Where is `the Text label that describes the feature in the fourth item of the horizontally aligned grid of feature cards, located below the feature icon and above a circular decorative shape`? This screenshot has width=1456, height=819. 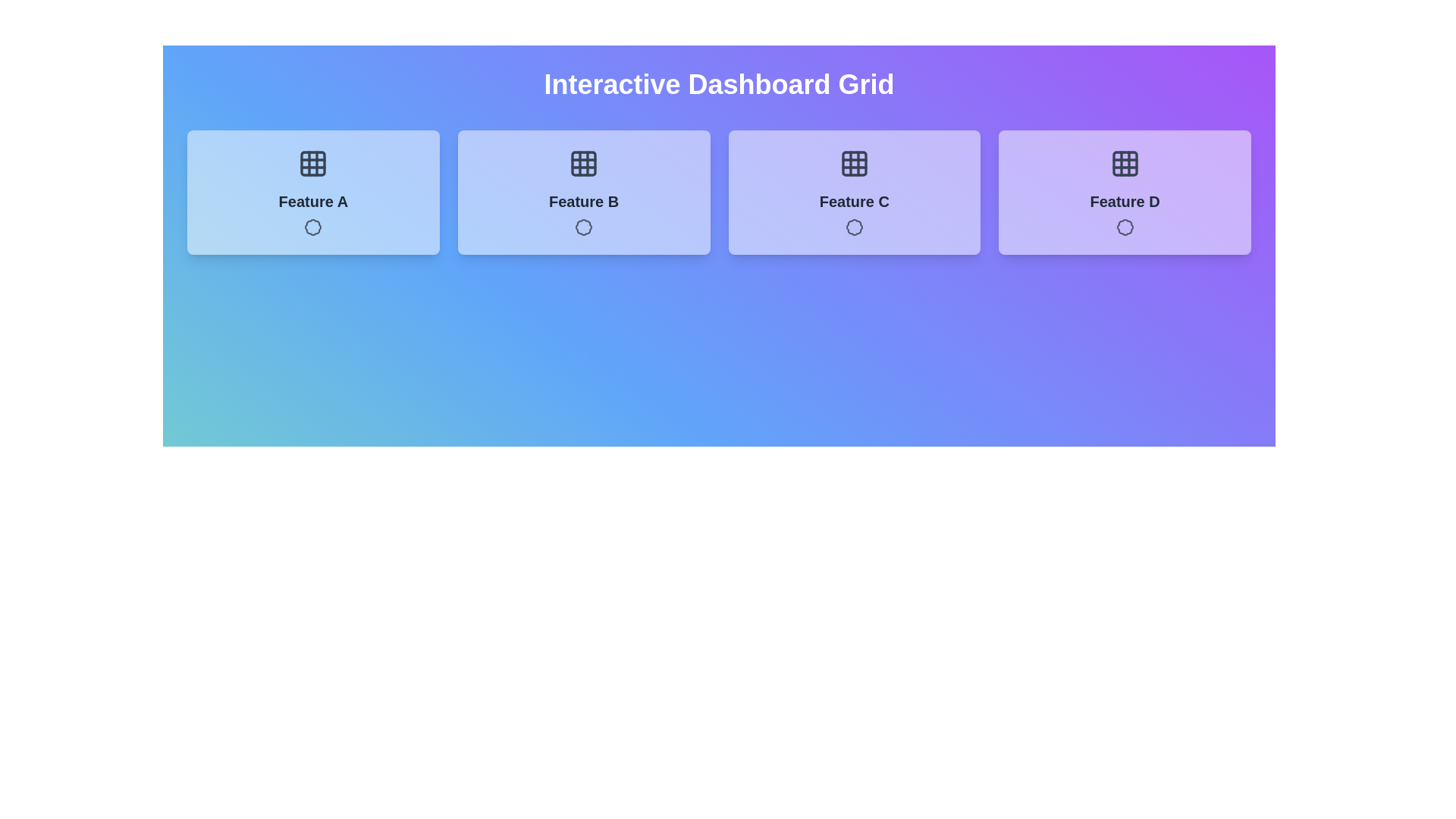 the Text label that describes the feature in the fourth item of the horizontally aligned grid of feature cards, located below the feature icon and above a circular decorative shape is located at coordinates (1125, 201).